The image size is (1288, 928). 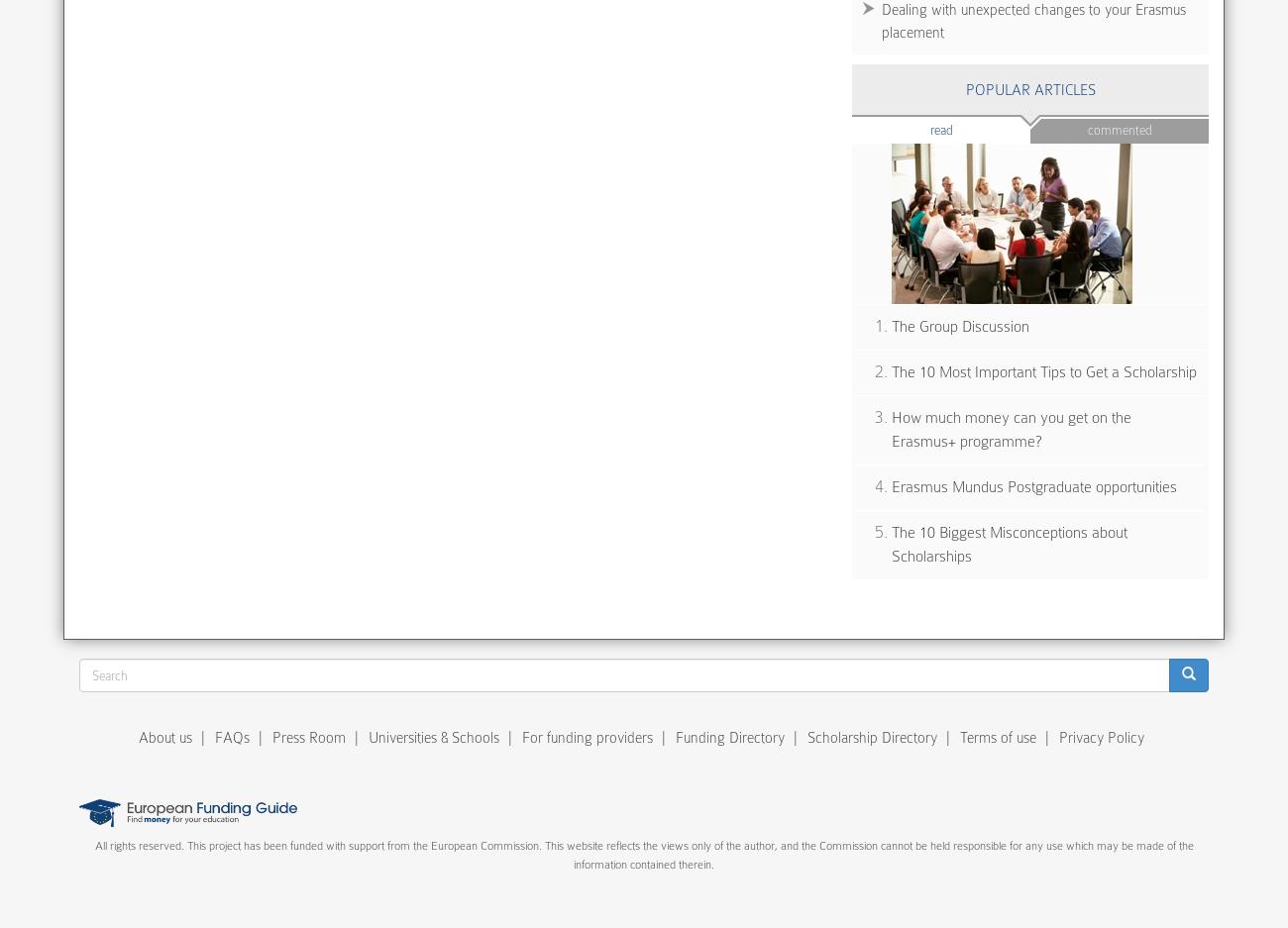 I want to click on 'Universities & Schools', so click(x=368, y=737).